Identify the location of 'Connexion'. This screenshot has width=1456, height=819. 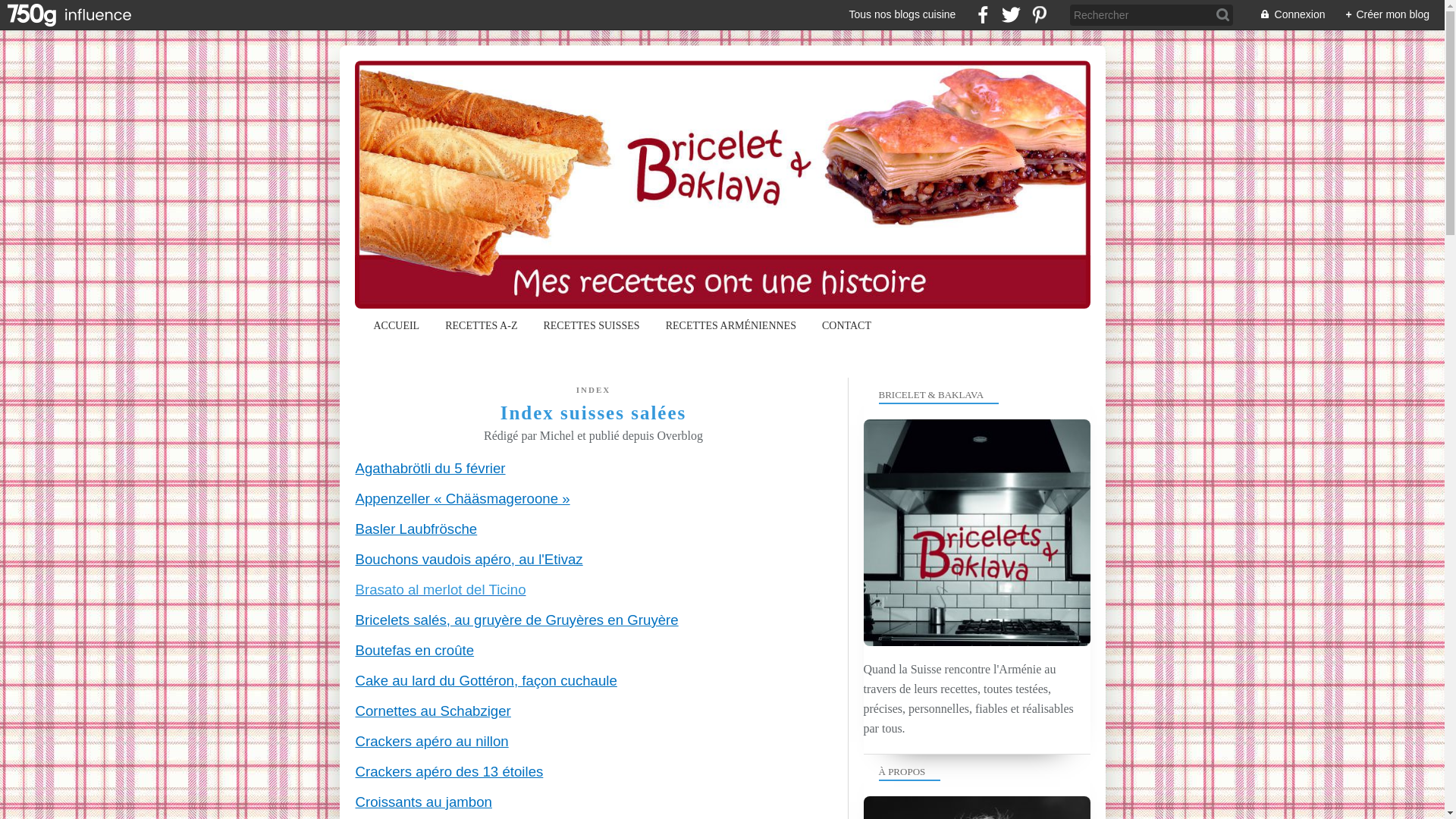
(1244, 14).